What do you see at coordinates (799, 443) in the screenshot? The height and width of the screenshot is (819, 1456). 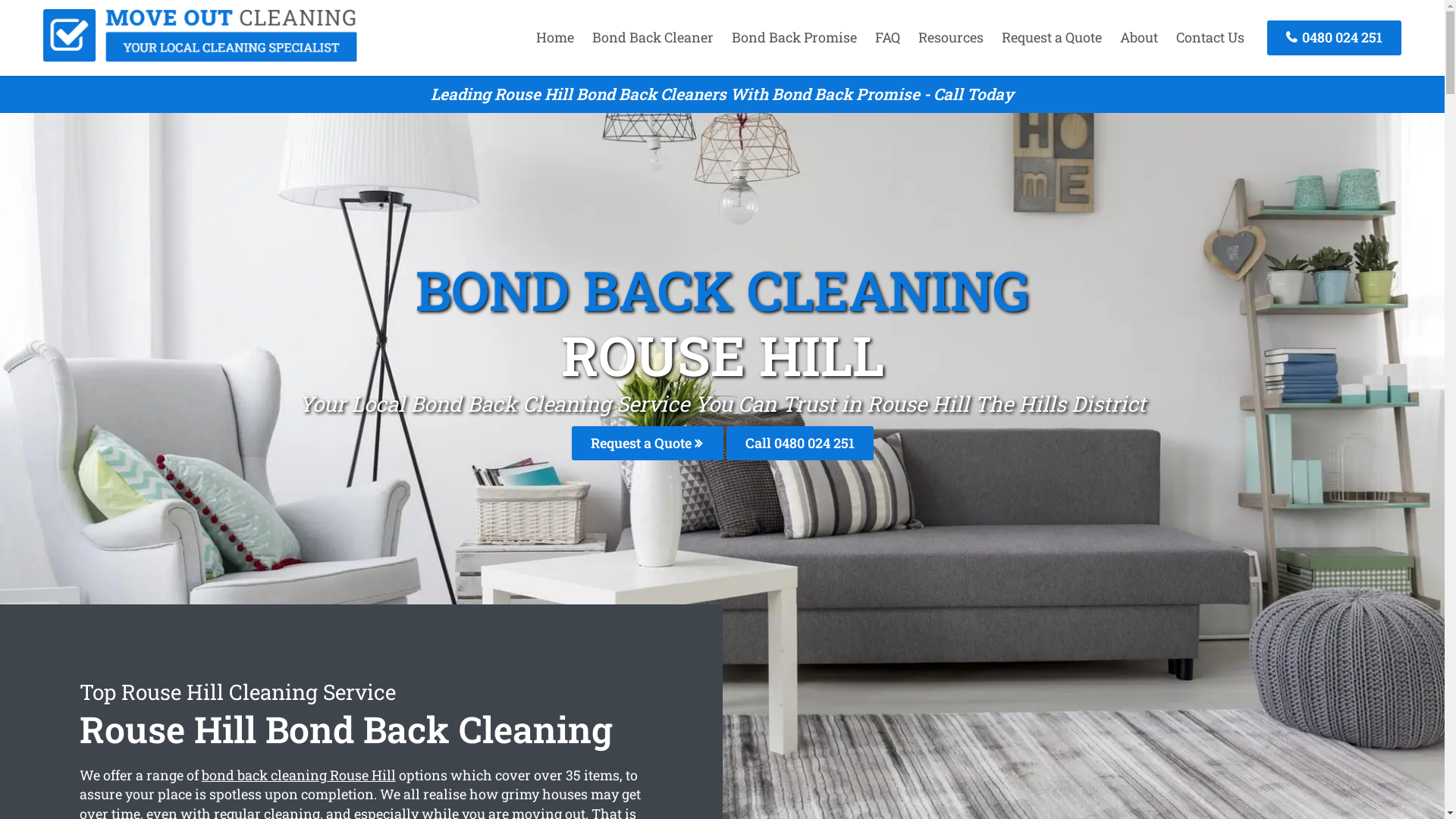 I see `'Call 0480 024 251'` at bounding box center [799, 443].